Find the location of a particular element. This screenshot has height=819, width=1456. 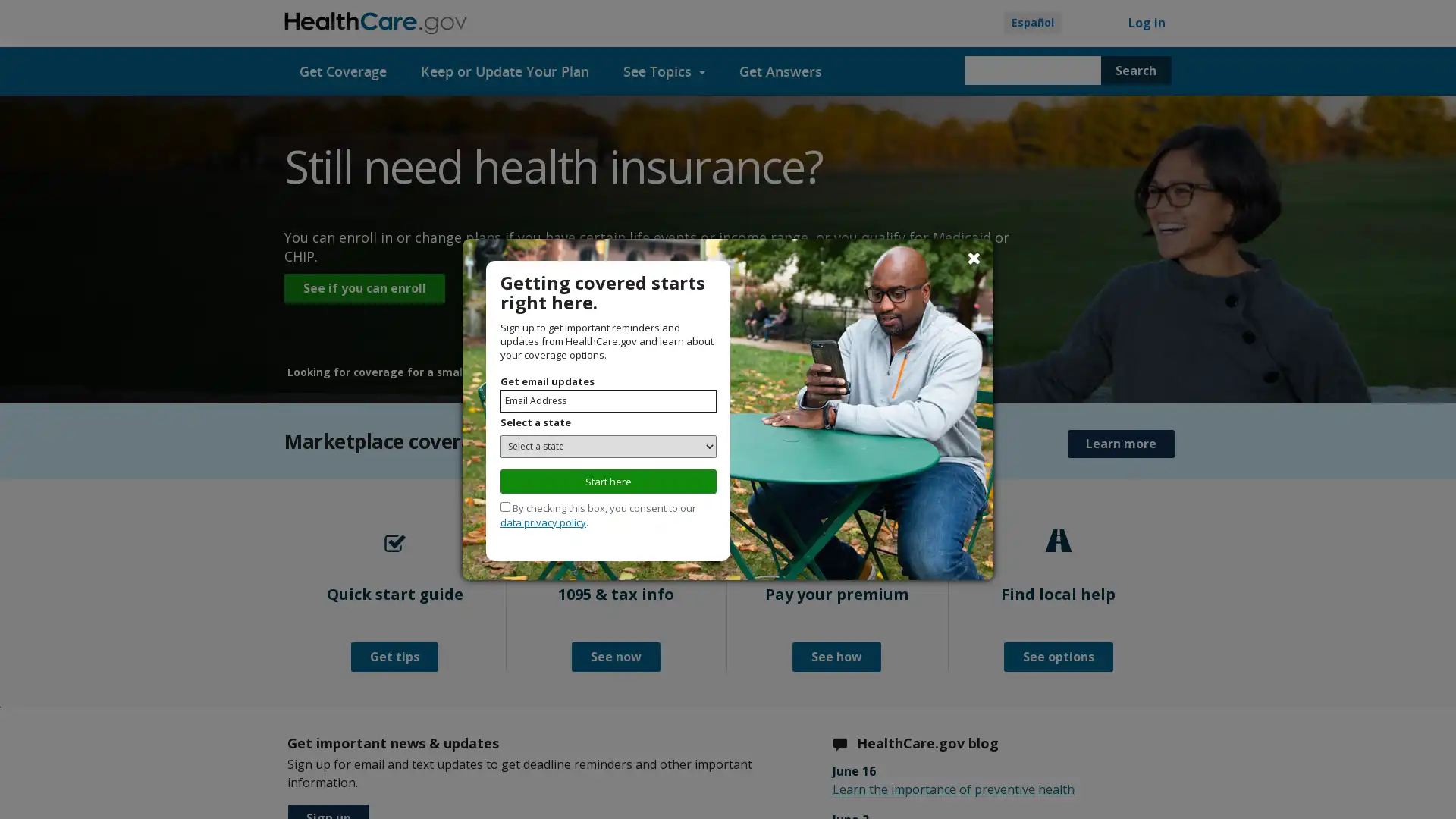

Search is located at coordinates (1135, 70).